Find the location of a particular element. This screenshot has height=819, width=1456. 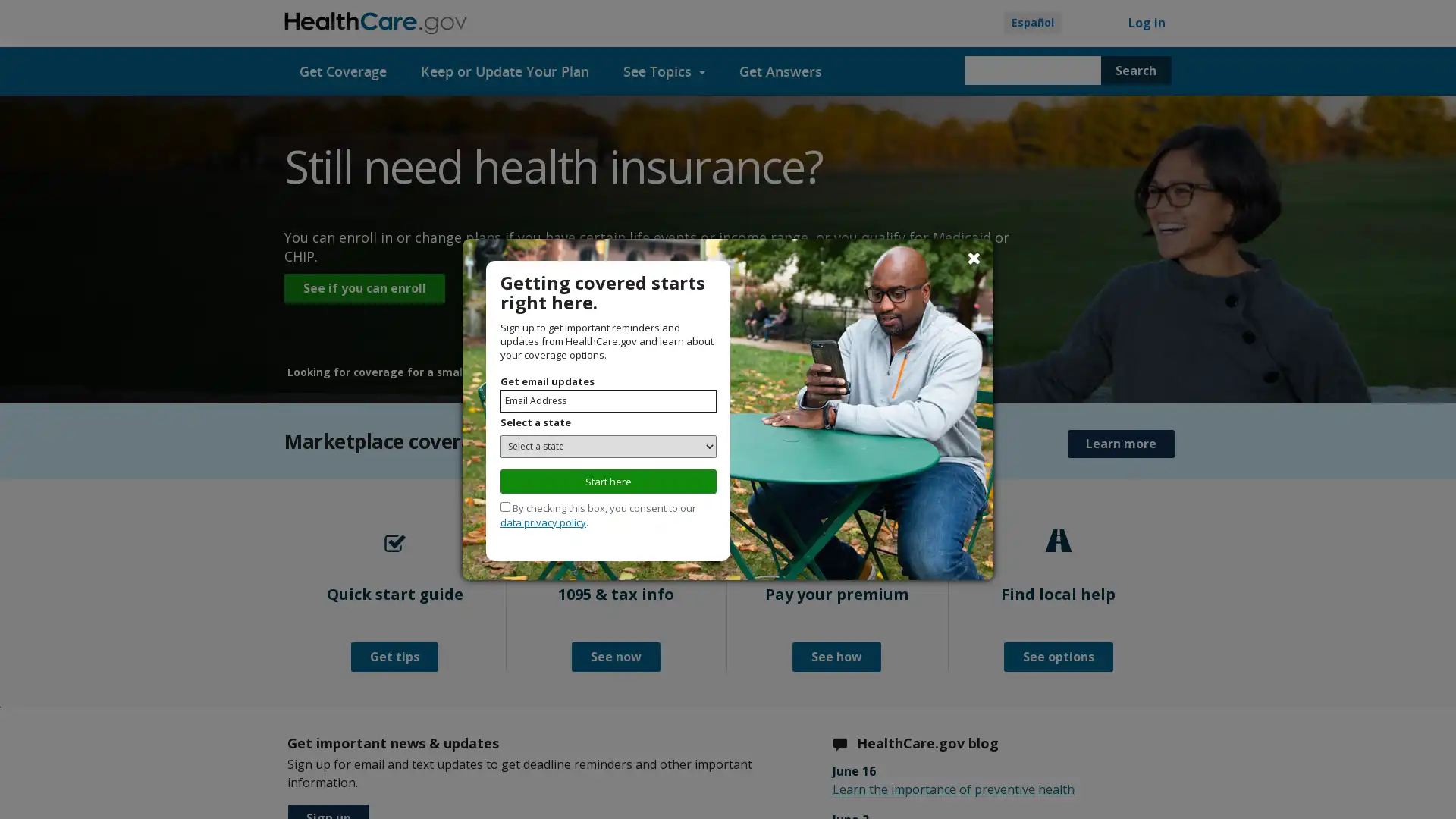

Search is located at coordinates (1135, 70).